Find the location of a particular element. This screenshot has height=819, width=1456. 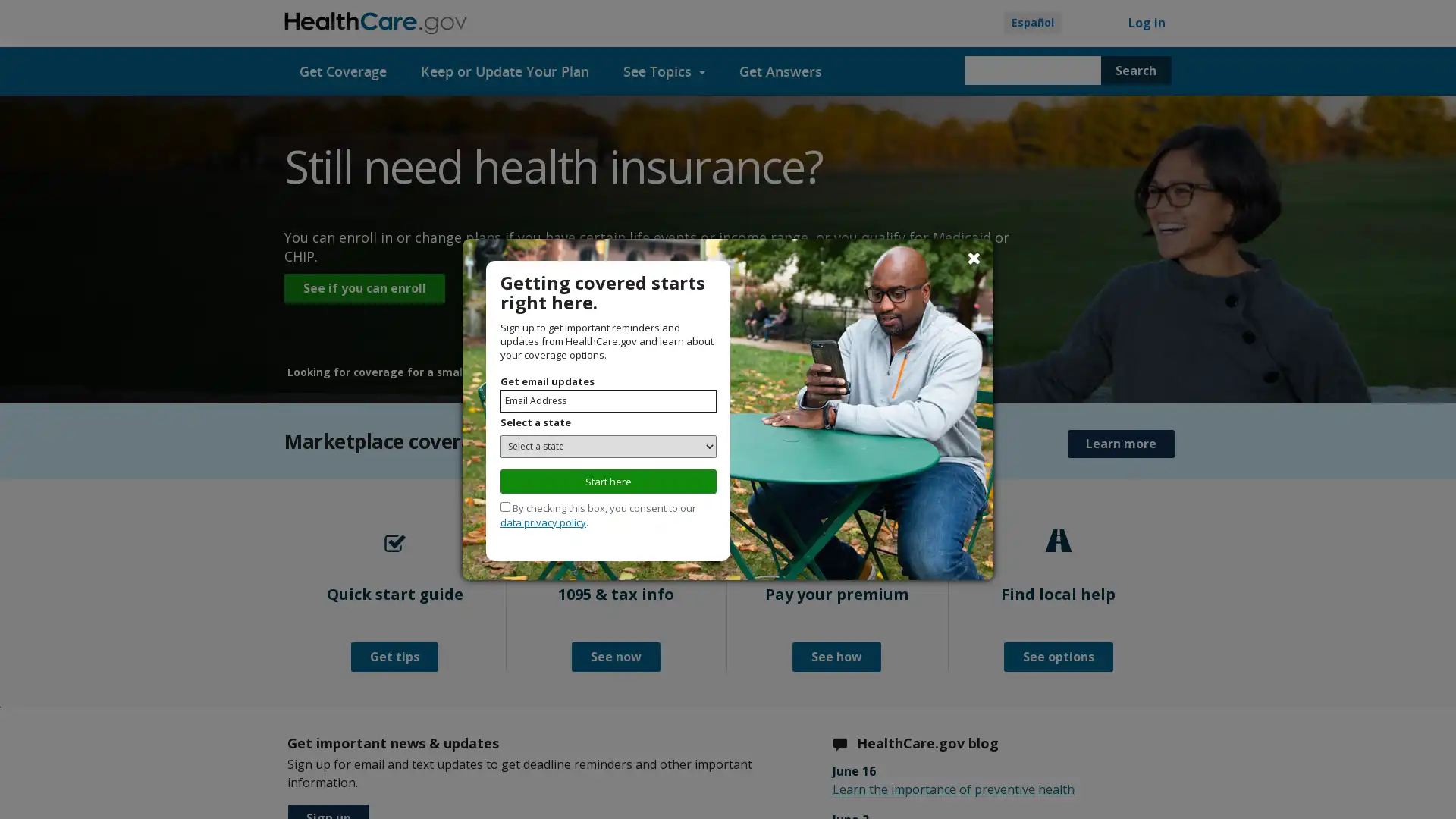

Search is located at coordinates (1135, 70).